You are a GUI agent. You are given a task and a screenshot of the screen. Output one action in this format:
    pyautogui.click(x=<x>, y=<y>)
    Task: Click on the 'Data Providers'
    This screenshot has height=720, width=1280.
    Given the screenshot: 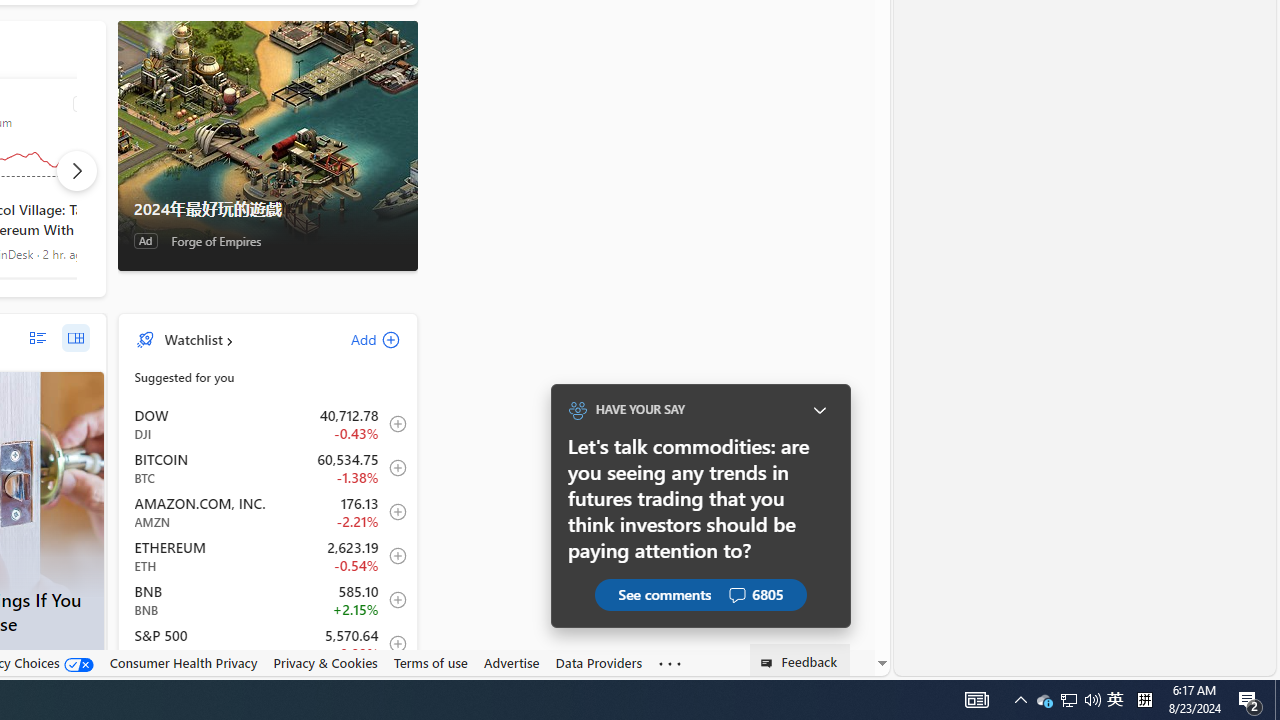 What is the action you would take?
    pyautogui.click(x=598, y=663)
    